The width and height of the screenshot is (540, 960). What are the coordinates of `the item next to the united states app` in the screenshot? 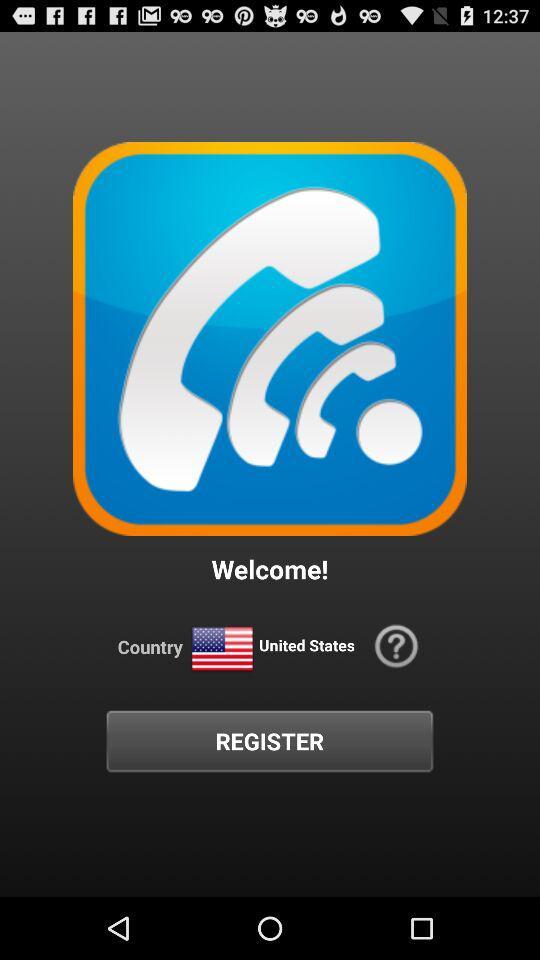 It's located at (396, 645).